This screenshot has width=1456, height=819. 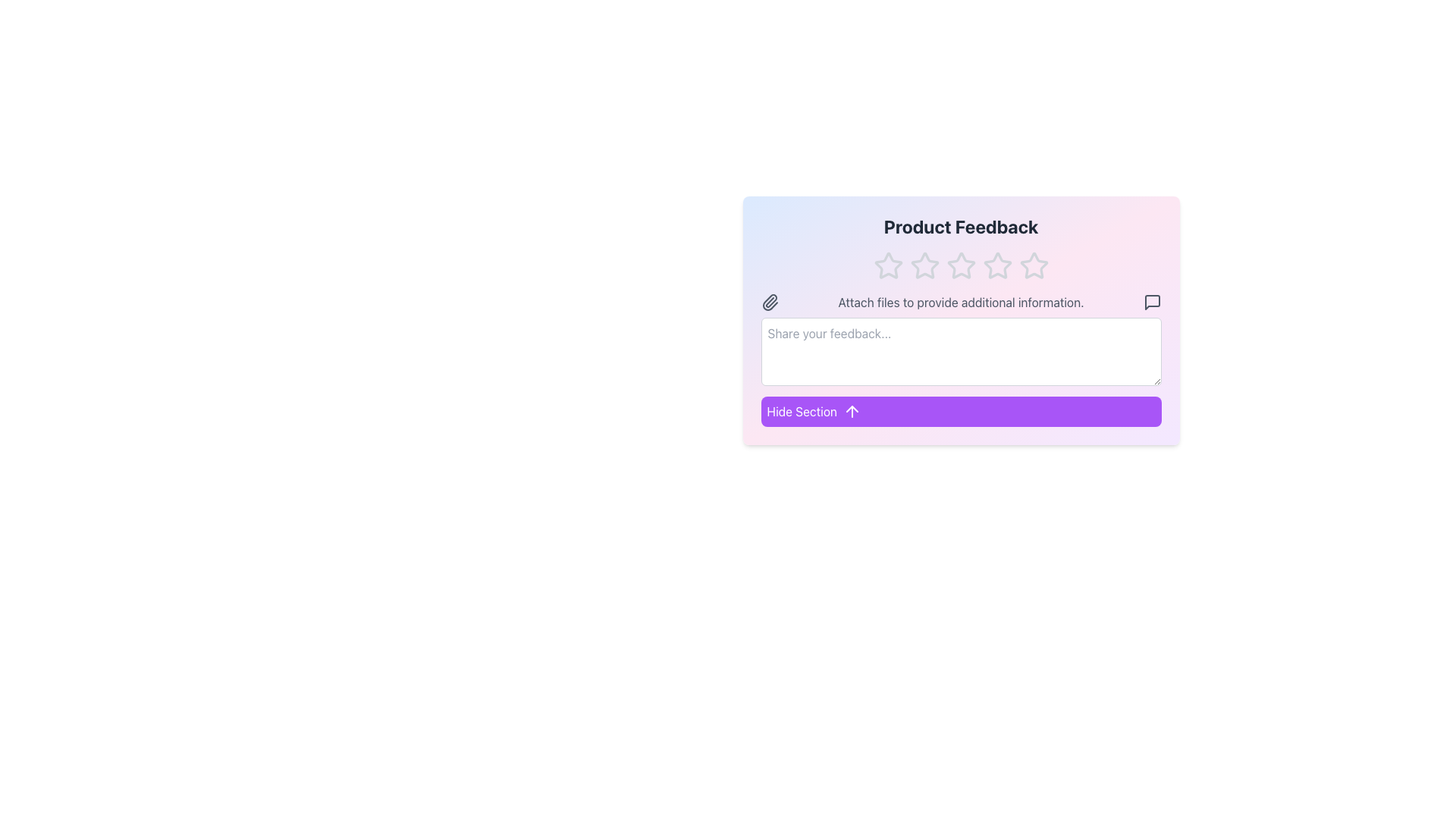 What do you see at coordinates (960, 265) in the screenshot?
I see `the fourth star icon in the 'Product Feedback' modal` at bounding box center [960, 265].